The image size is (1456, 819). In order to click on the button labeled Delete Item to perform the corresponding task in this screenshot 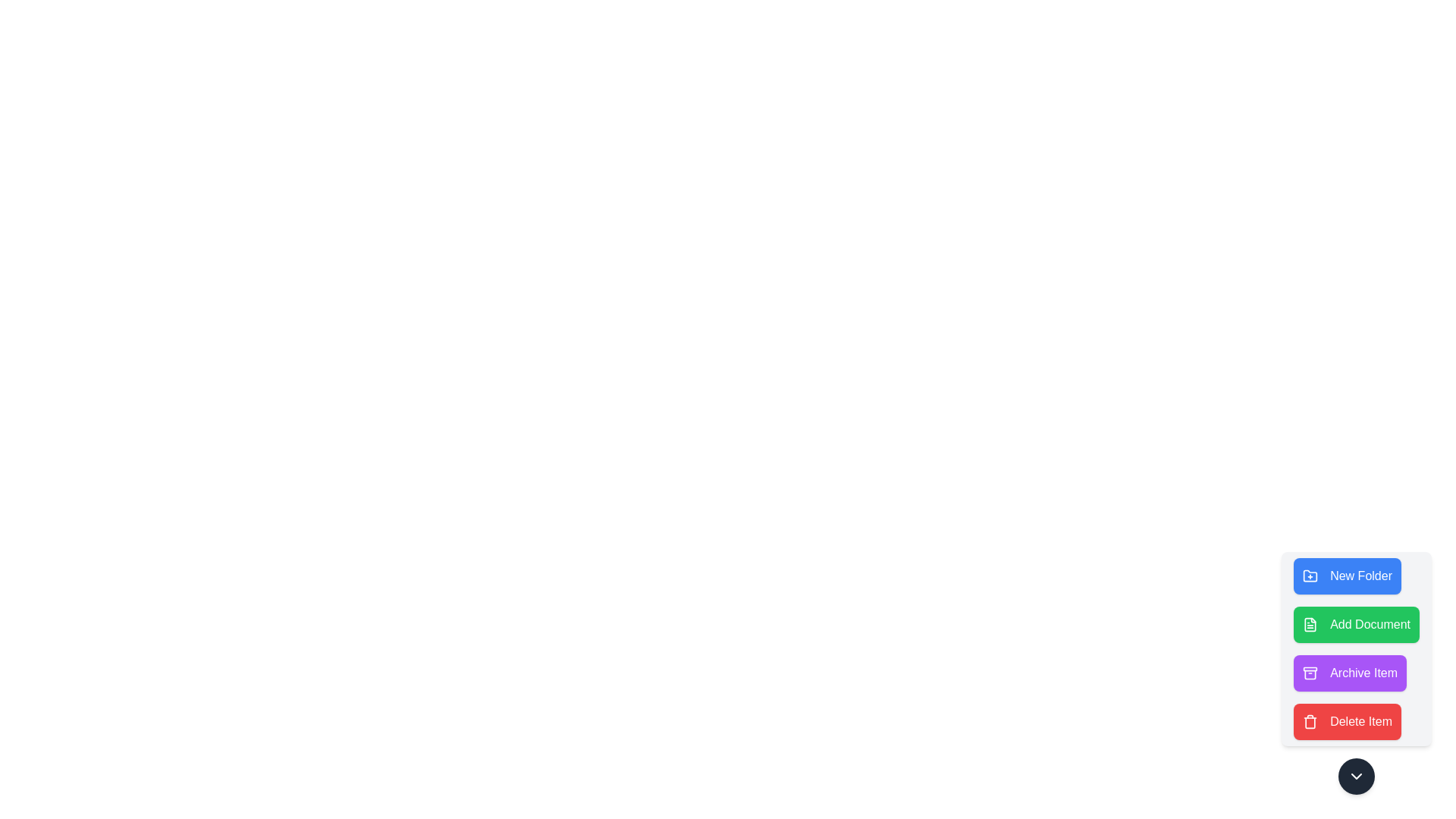, I will do `click(1348, 721)`.